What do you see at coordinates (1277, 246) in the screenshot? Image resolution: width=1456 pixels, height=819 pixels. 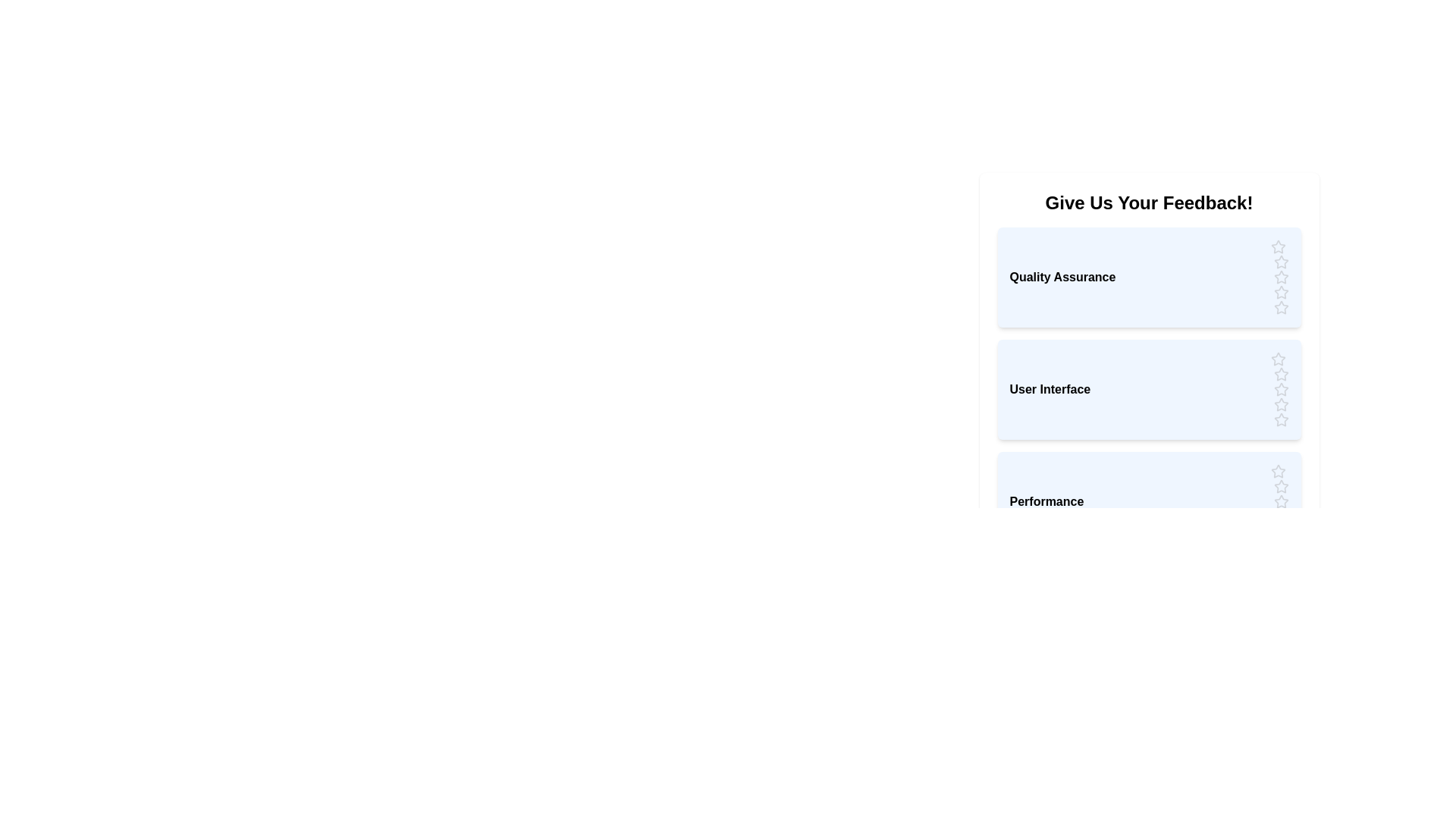 I see `the rating for the category 'Quality Assurance' to 1 stars` at bounding box center [1277, 246].